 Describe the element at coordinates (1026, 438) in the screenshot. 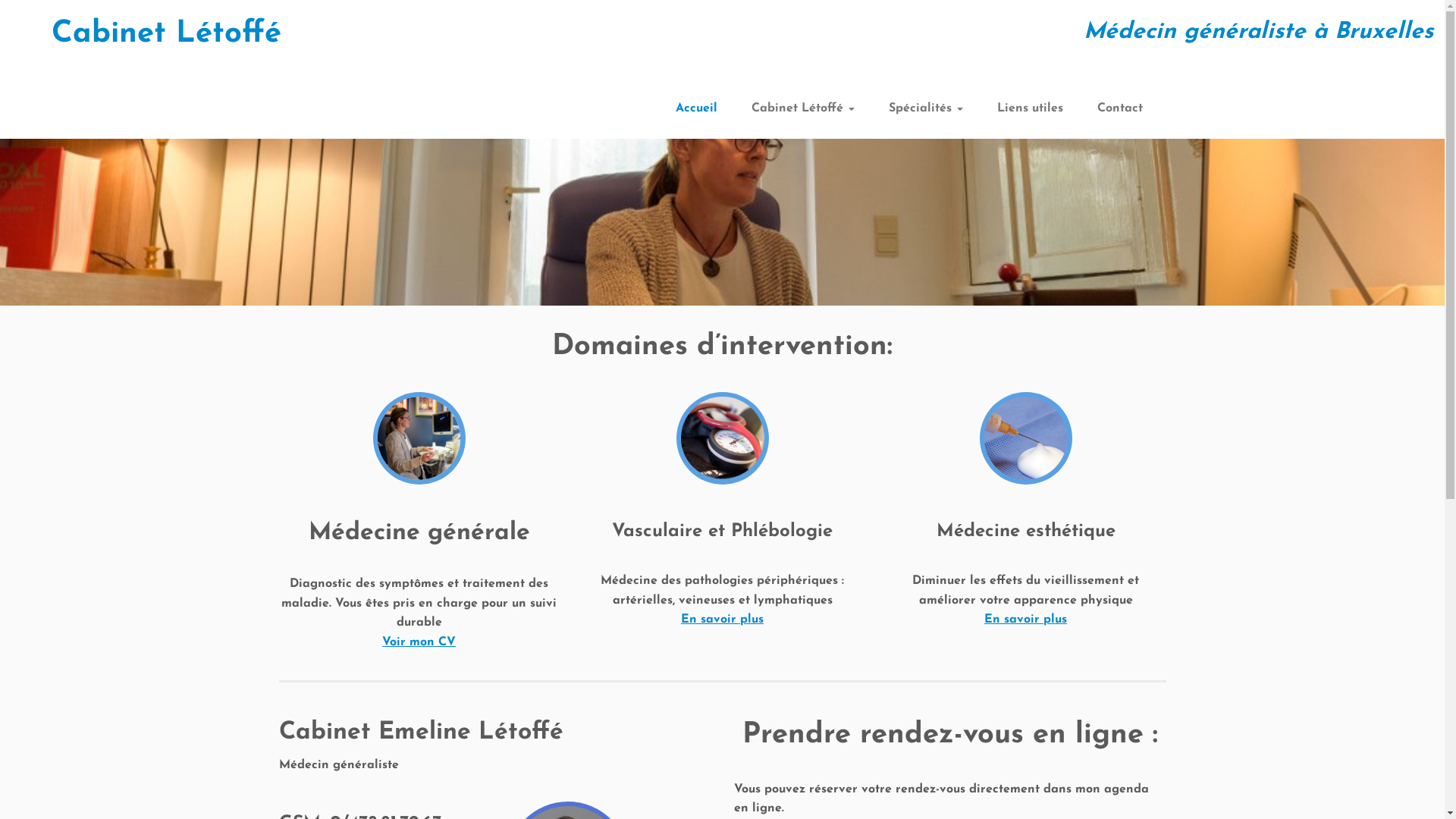

I see `'picto5'` at that location.